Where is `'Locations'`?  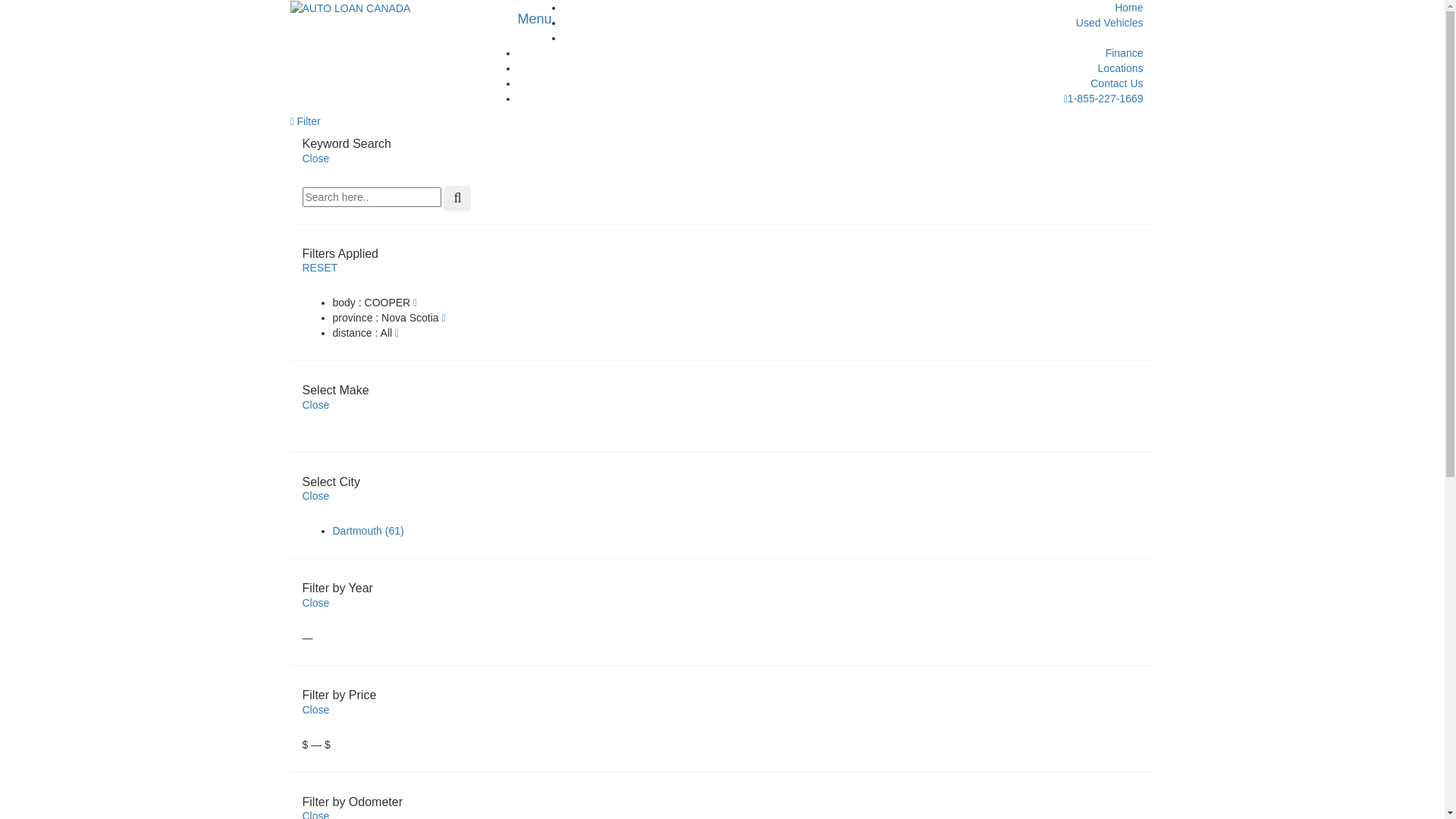 'Locations' is located at coordinates (1121, 67).